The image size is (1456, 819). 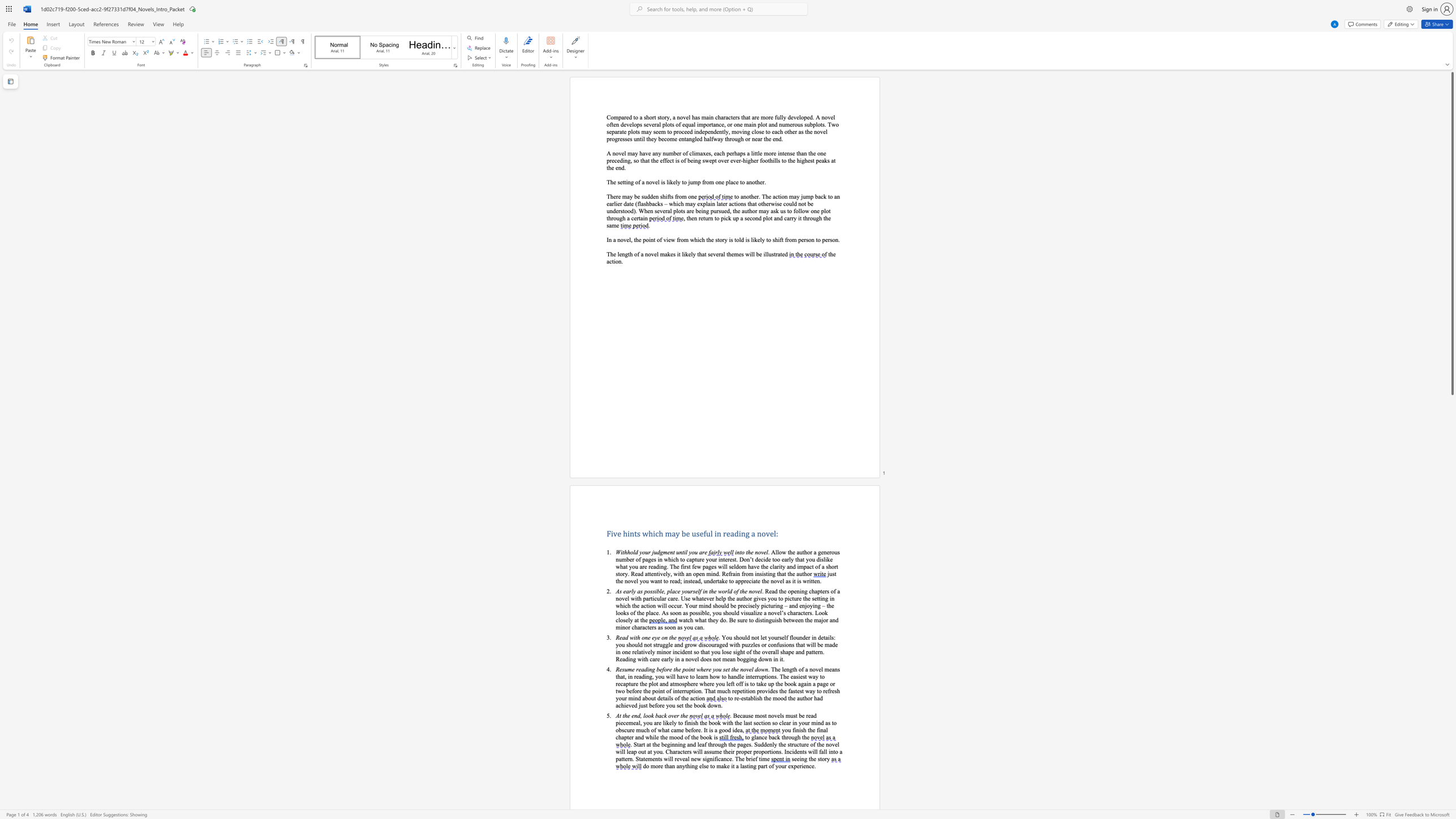 I want to click on the 2th character "n" in the text, so click(x=756, y=552).